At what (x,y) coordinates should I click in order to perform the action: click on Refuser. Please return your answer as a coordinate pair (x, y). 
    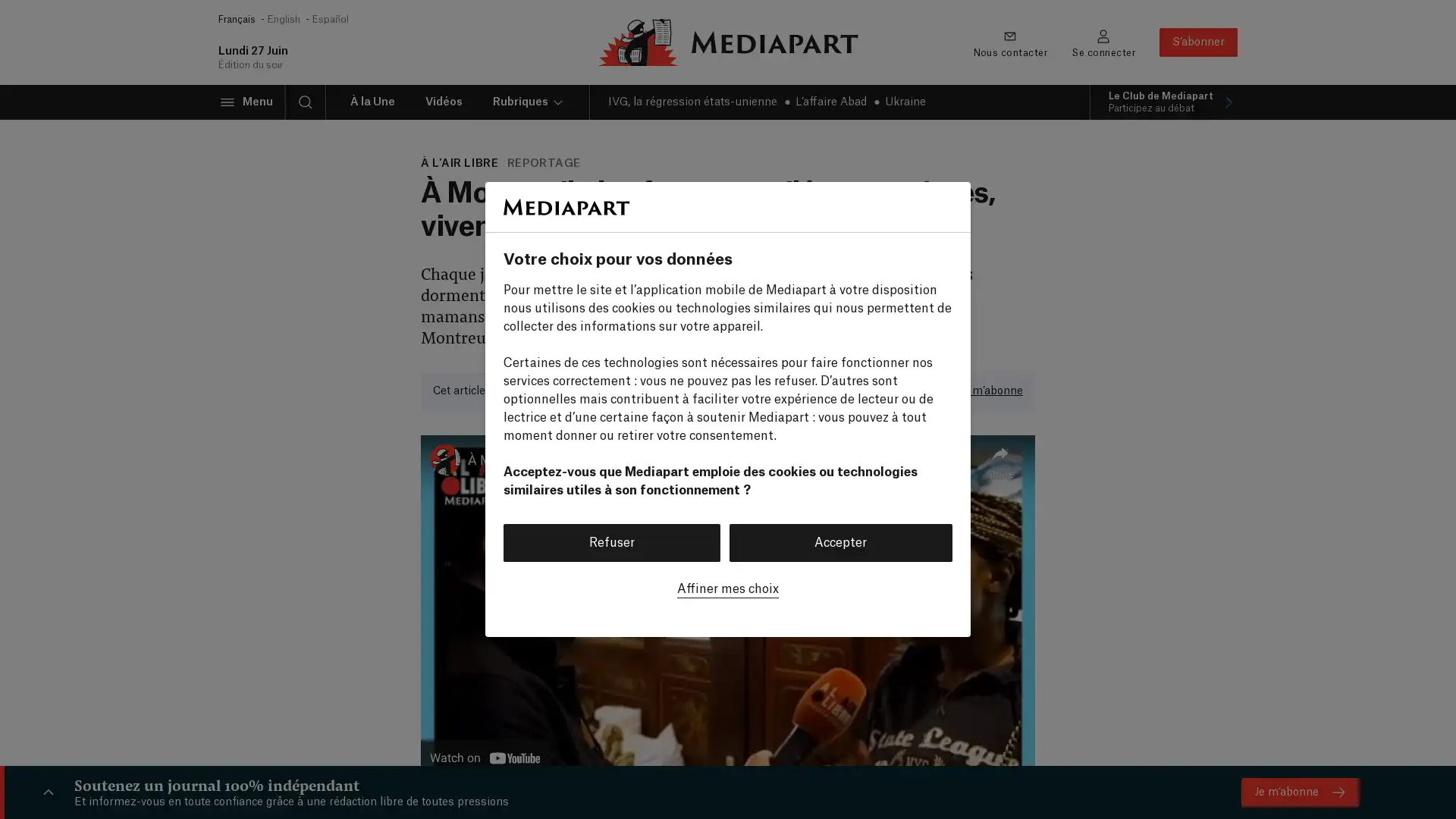
    Looking at the image, I should click on (611, 541).